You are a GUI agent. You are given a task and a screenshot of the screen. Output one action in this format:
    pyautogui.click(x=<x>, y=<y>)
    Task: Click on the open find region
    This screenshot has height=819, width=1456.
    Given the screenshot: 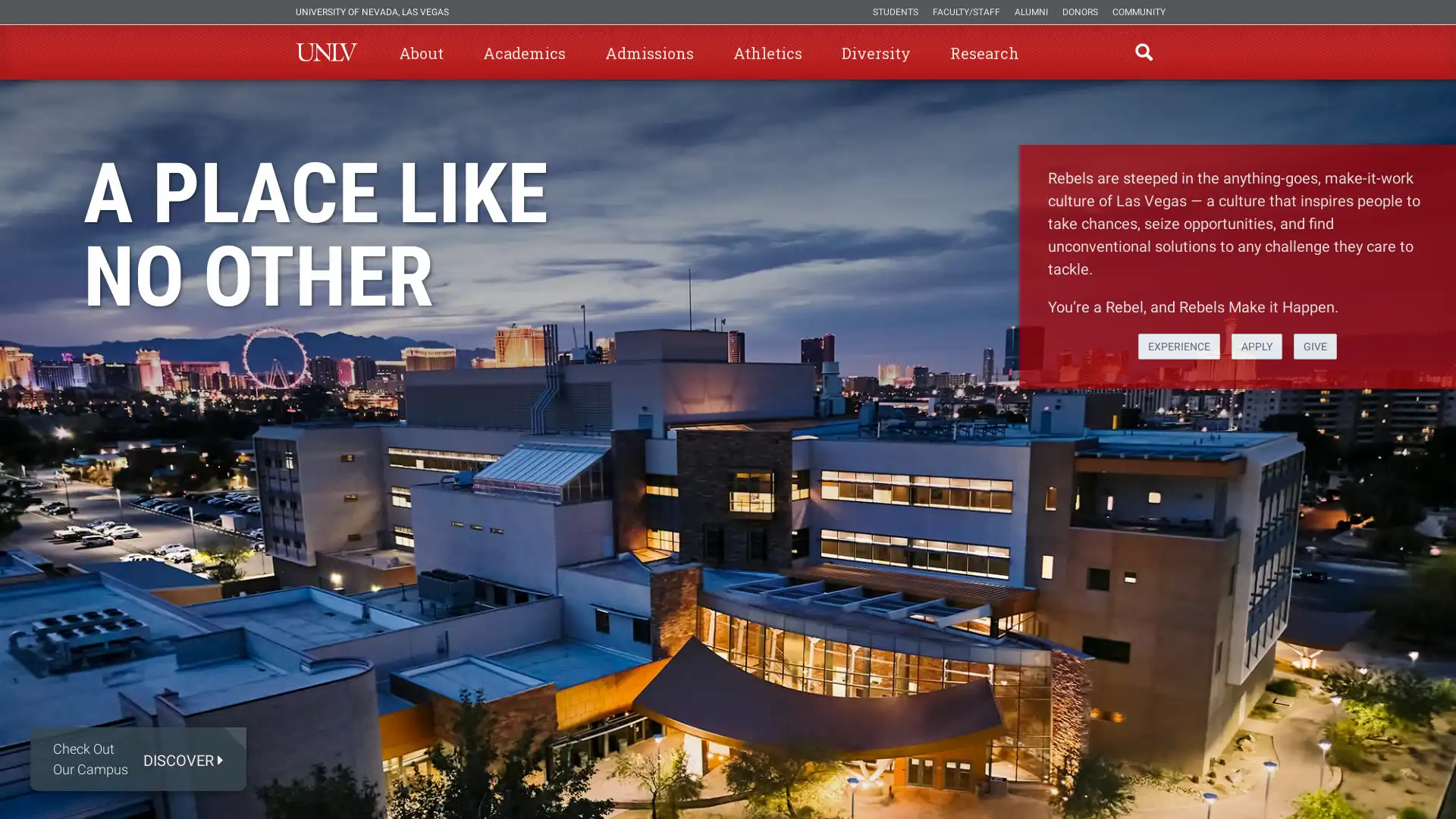 What is the action you would take?
    pyautogui.click(x=1144, y=52)
    